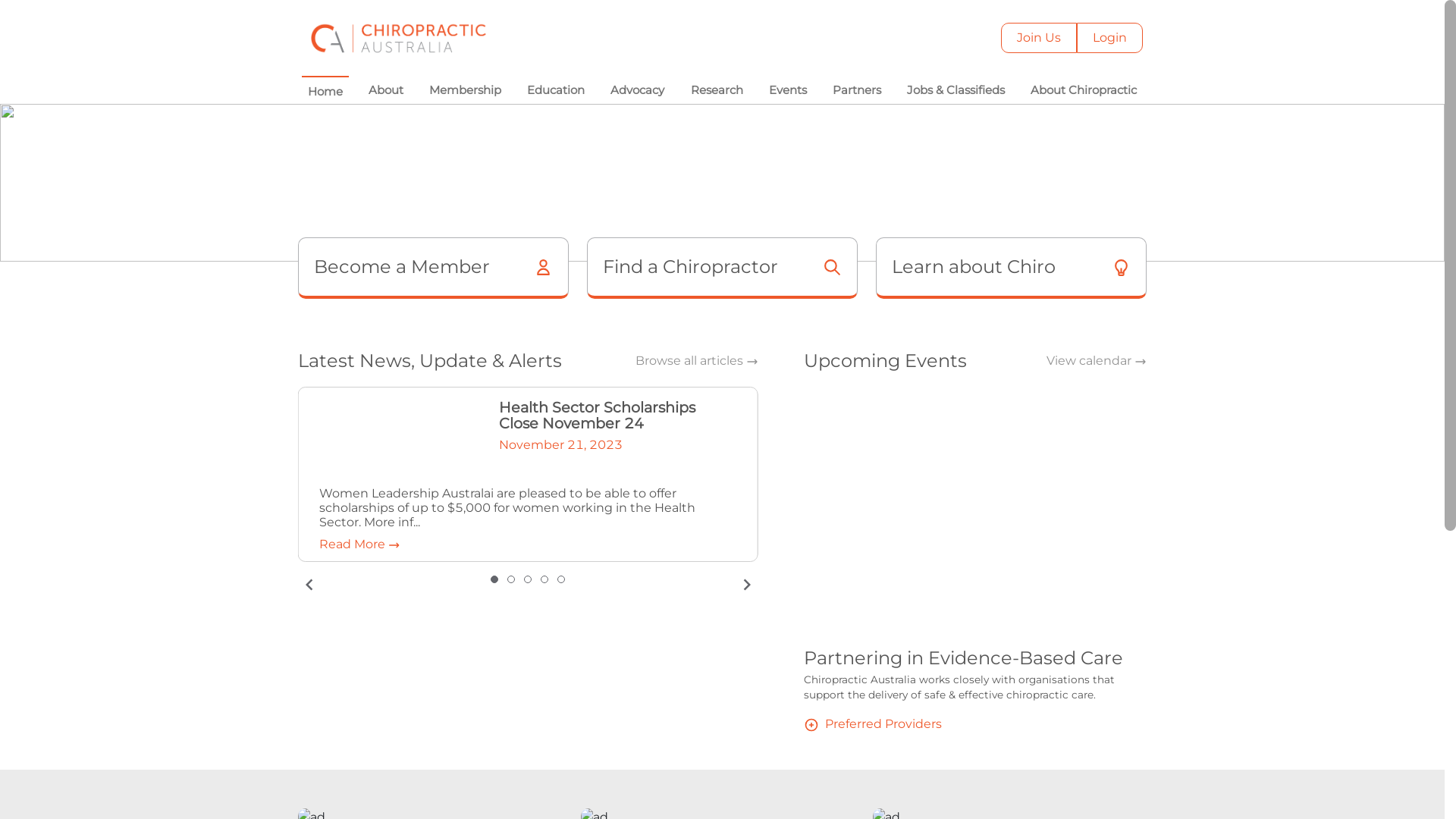  What do you see at coordinates (637, 90) in the screenshot?
I see `'Advocacy'` at bounding box center [637, 90].